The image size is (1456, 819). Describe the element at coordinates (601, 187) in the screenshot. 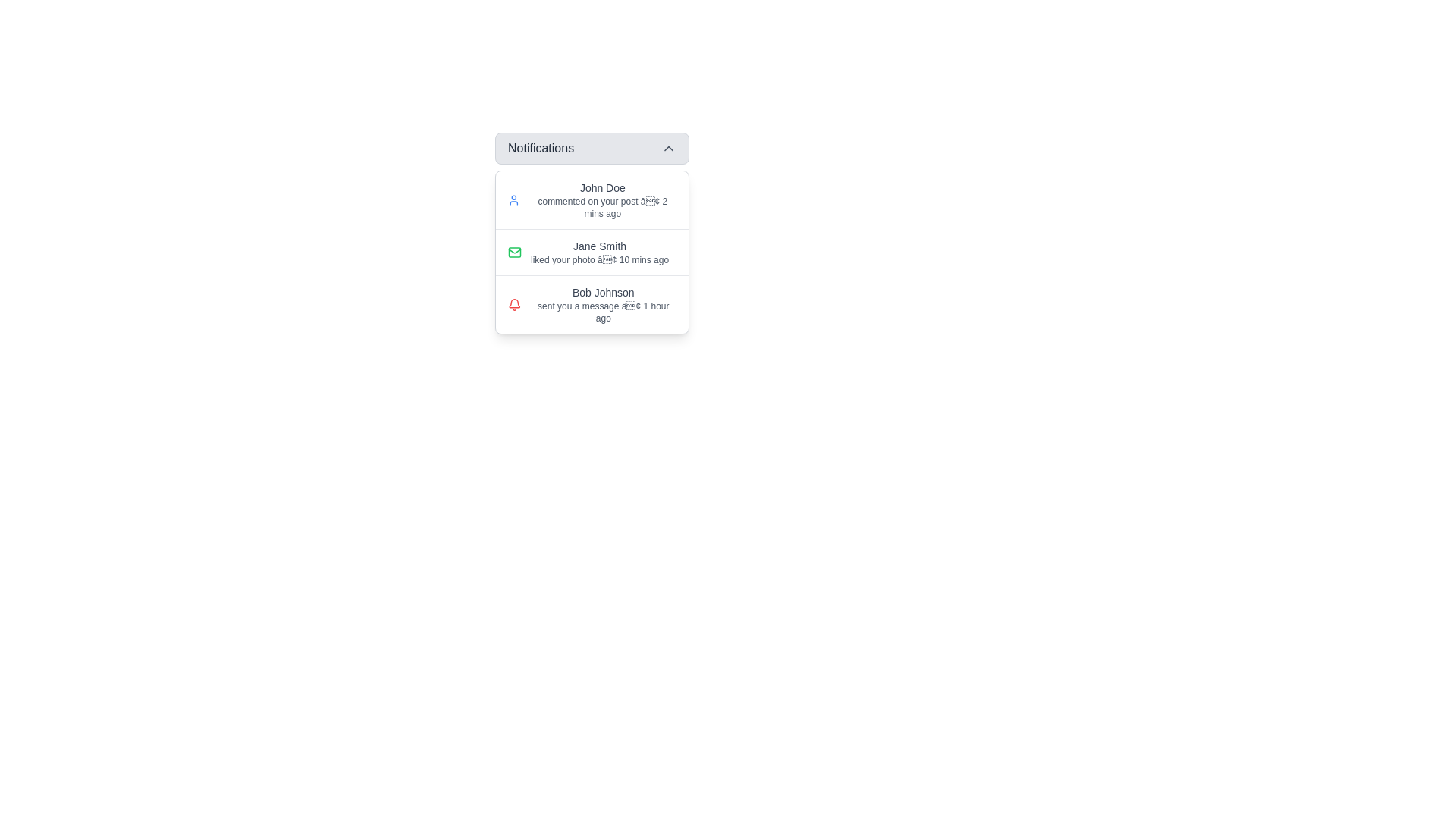

I see `the text label displaying 'John Doe' in the notification dropdown, which is the first line of the notification message` at that location.